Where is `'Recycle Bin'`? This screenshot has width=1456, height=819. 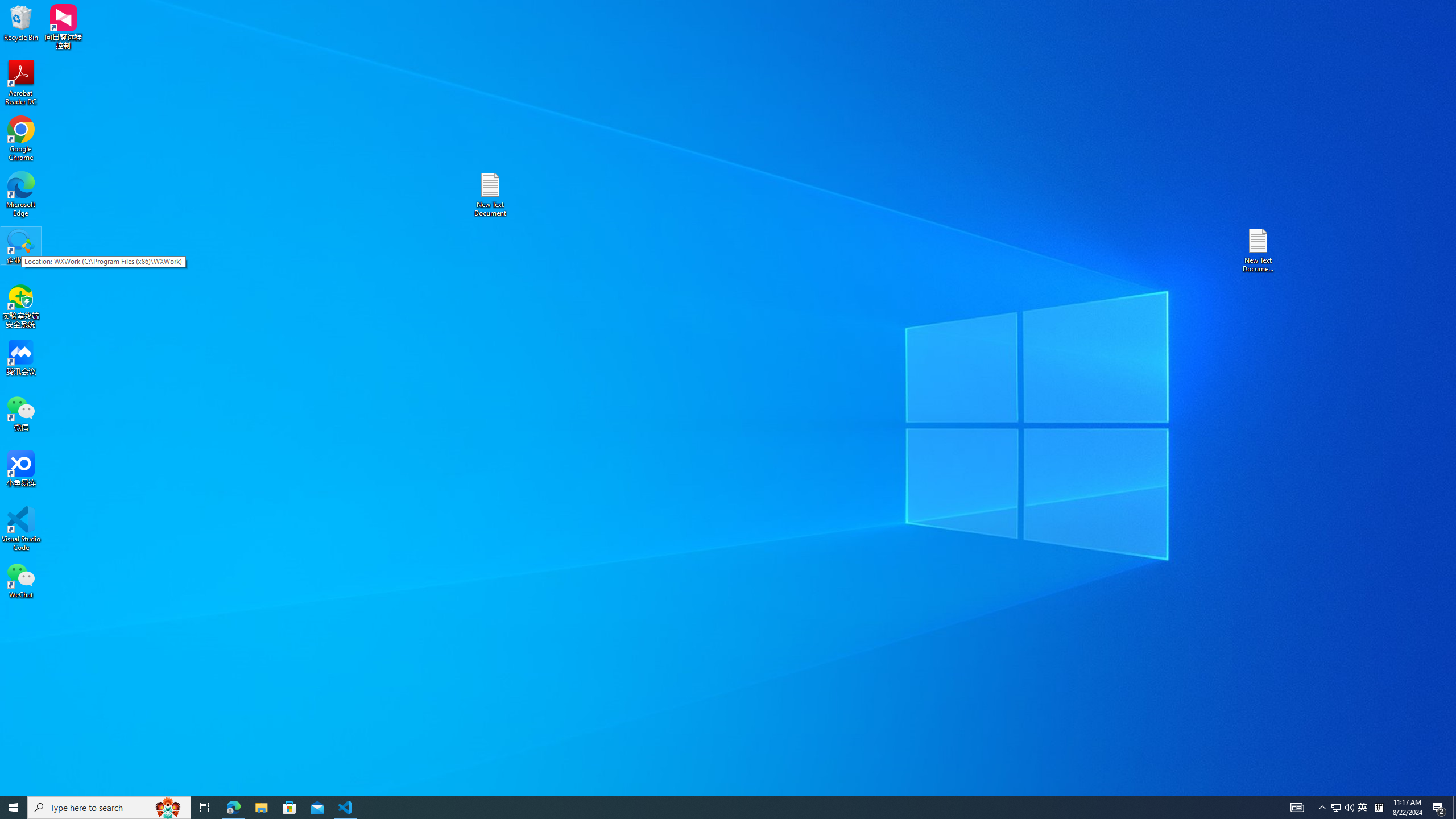 'Recycle Bin' is located at coordinates (20, 22).